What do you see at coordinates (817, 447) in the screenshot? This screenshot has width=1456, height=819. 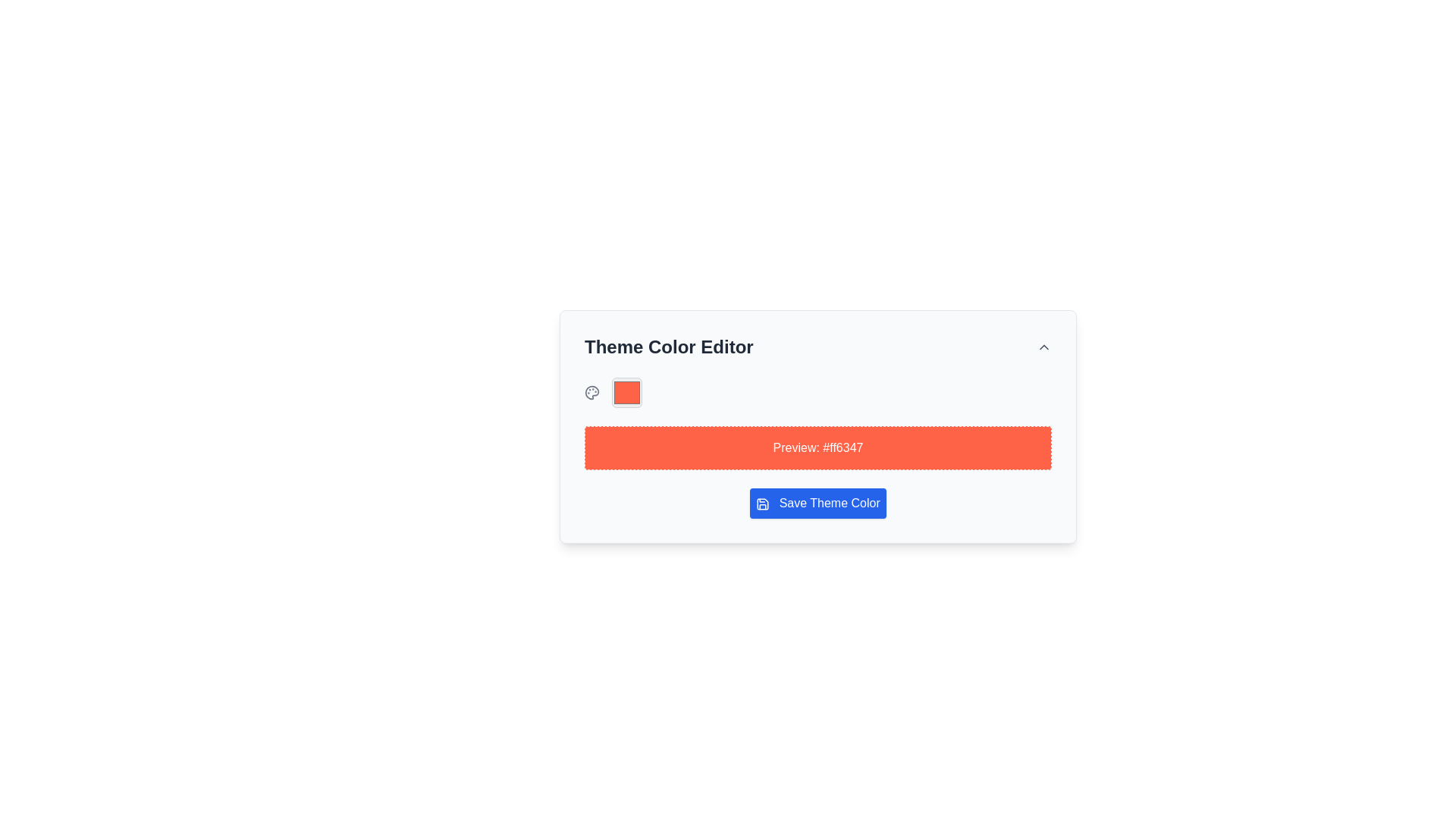 I see `the Informational Display Box element with a dashed border and a background color of rgb(255, 99, 71) that displays the text 'Preview: #ff6347' in white. This box is located in the 'Theme Color Editor' section, above the 'Save Theme Color' button` at bounding box center [817, 447].